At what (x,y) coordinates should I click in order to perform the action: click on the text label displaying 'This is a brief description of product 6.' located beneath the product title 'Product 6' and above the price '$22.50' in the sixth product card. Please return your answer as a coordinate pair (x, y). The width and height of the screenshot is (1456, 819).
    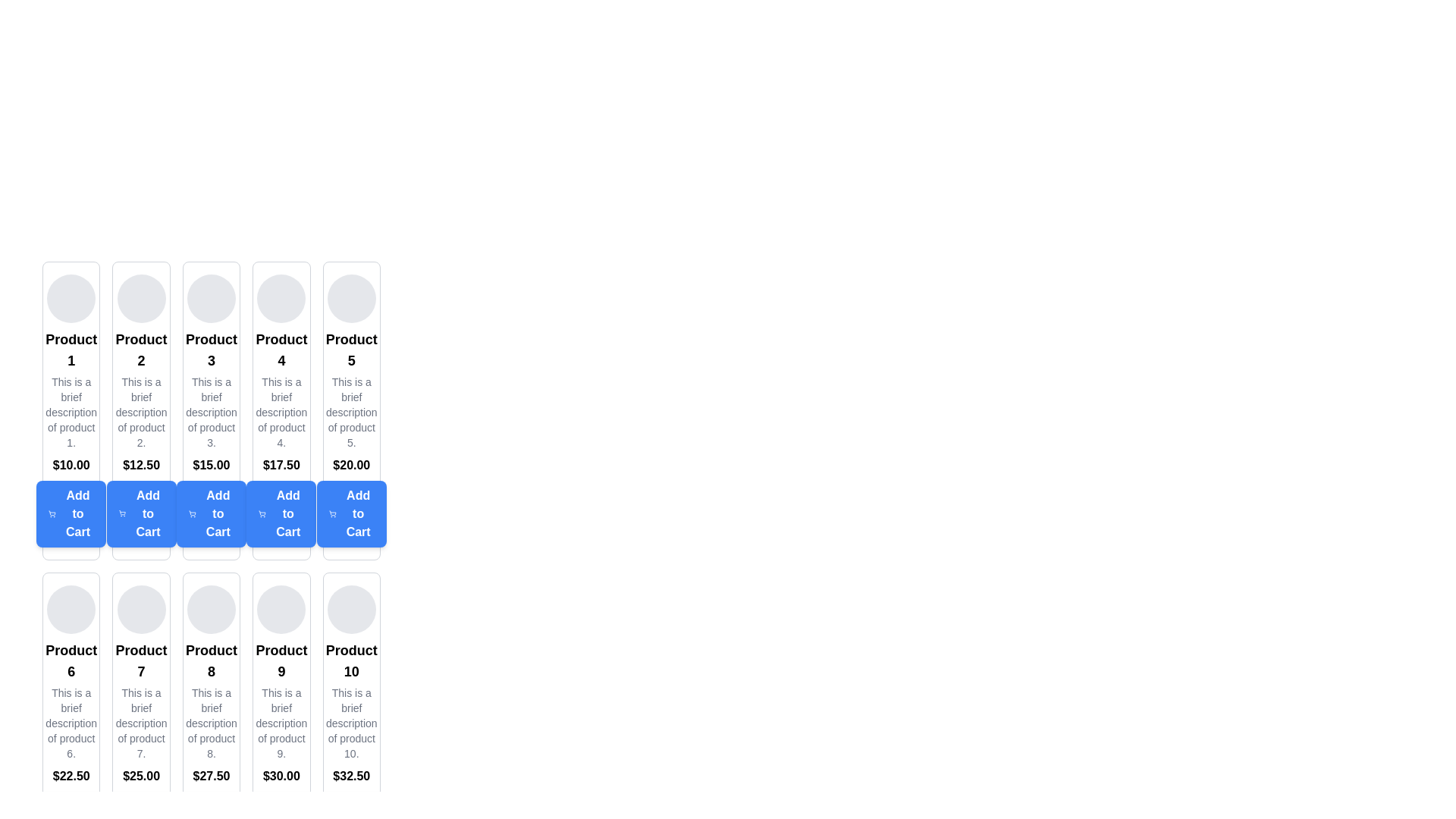
    Looking at the image, I should click on (71, 722).